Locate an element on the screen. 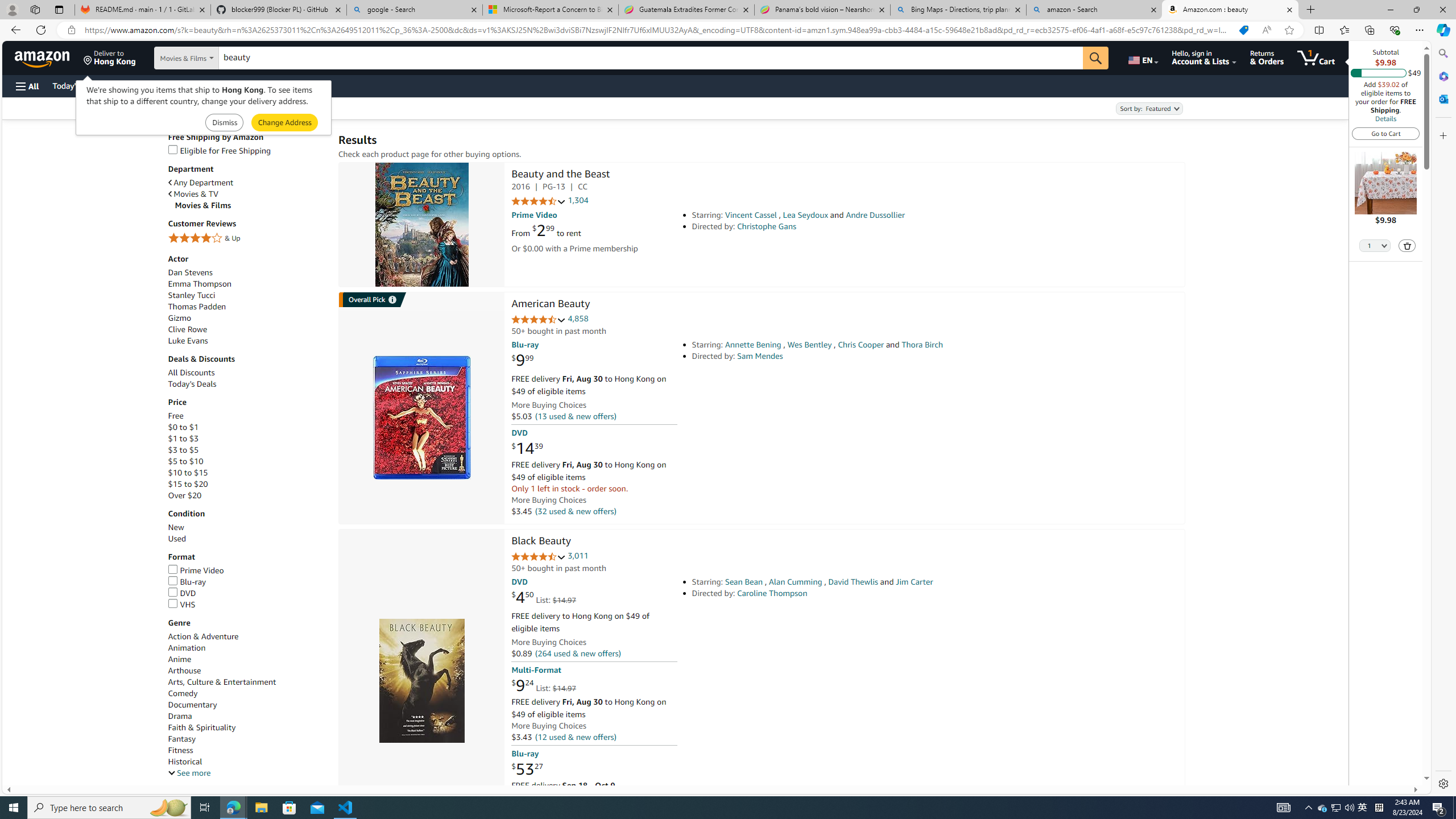  '$0 to $1' is located at coordinates (183, 427).